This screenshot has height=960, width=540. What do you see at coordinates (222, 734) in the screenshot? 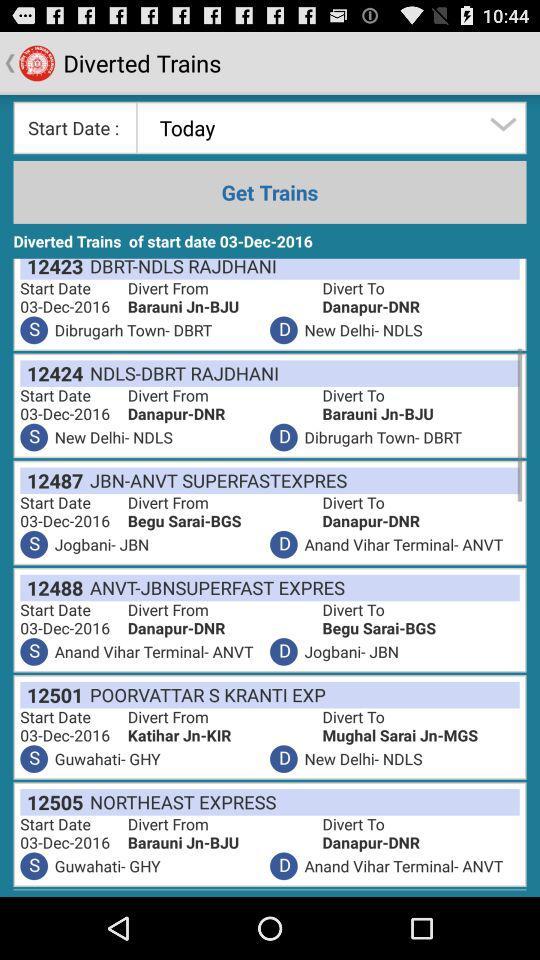
I see `the app to the right of start date item` at bounding box center [222, 734].